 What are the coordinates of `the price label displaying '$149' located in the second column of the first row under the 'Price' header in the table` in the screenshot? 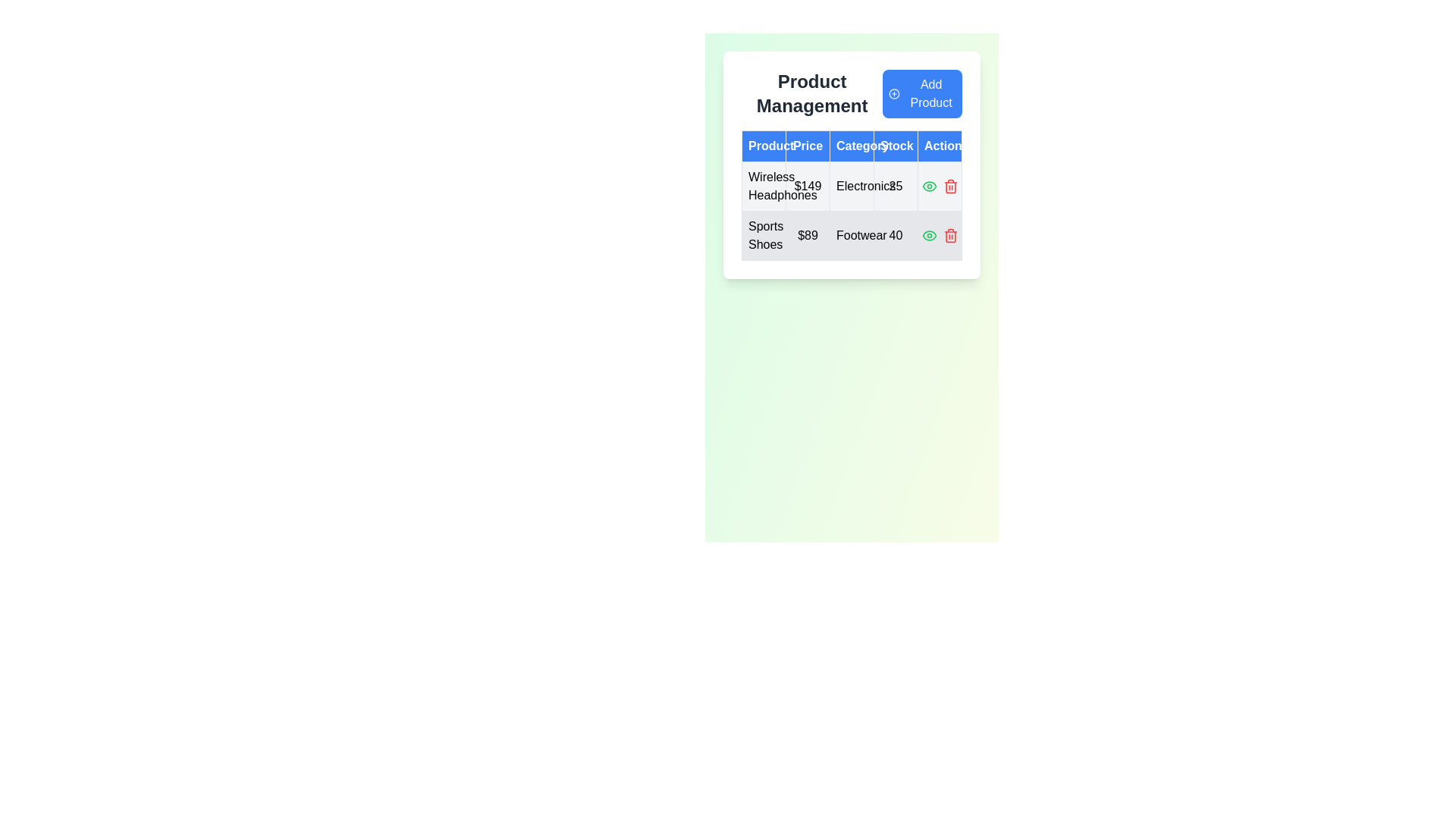 It's located at (807, 186).